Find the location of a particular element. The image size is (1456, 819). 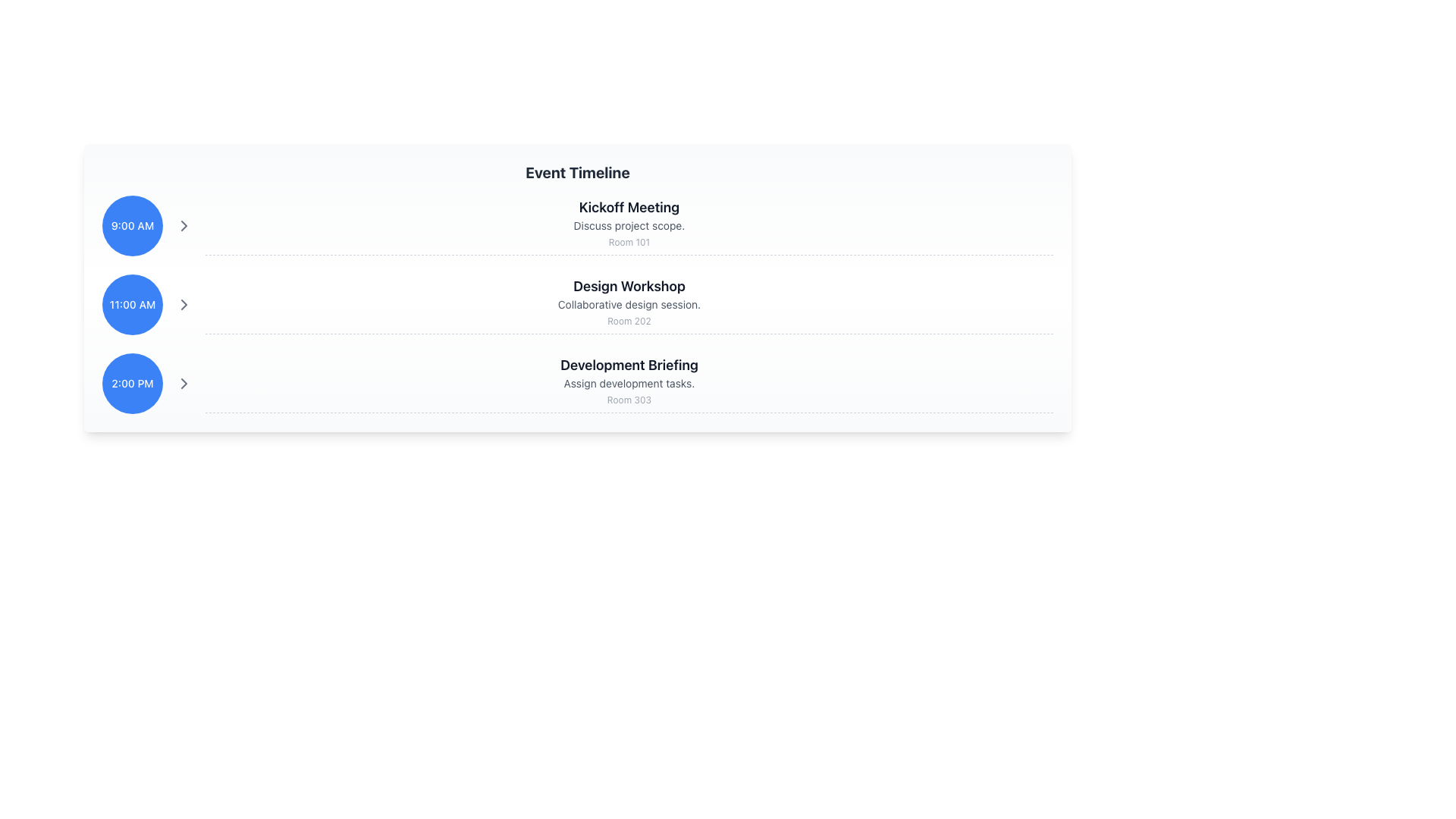

the informational text block that provides details about the scheduled event, located between the 'Kickoff Meeting' and 'Development Briefing' in the schedule is located at coordinates (629, 304).